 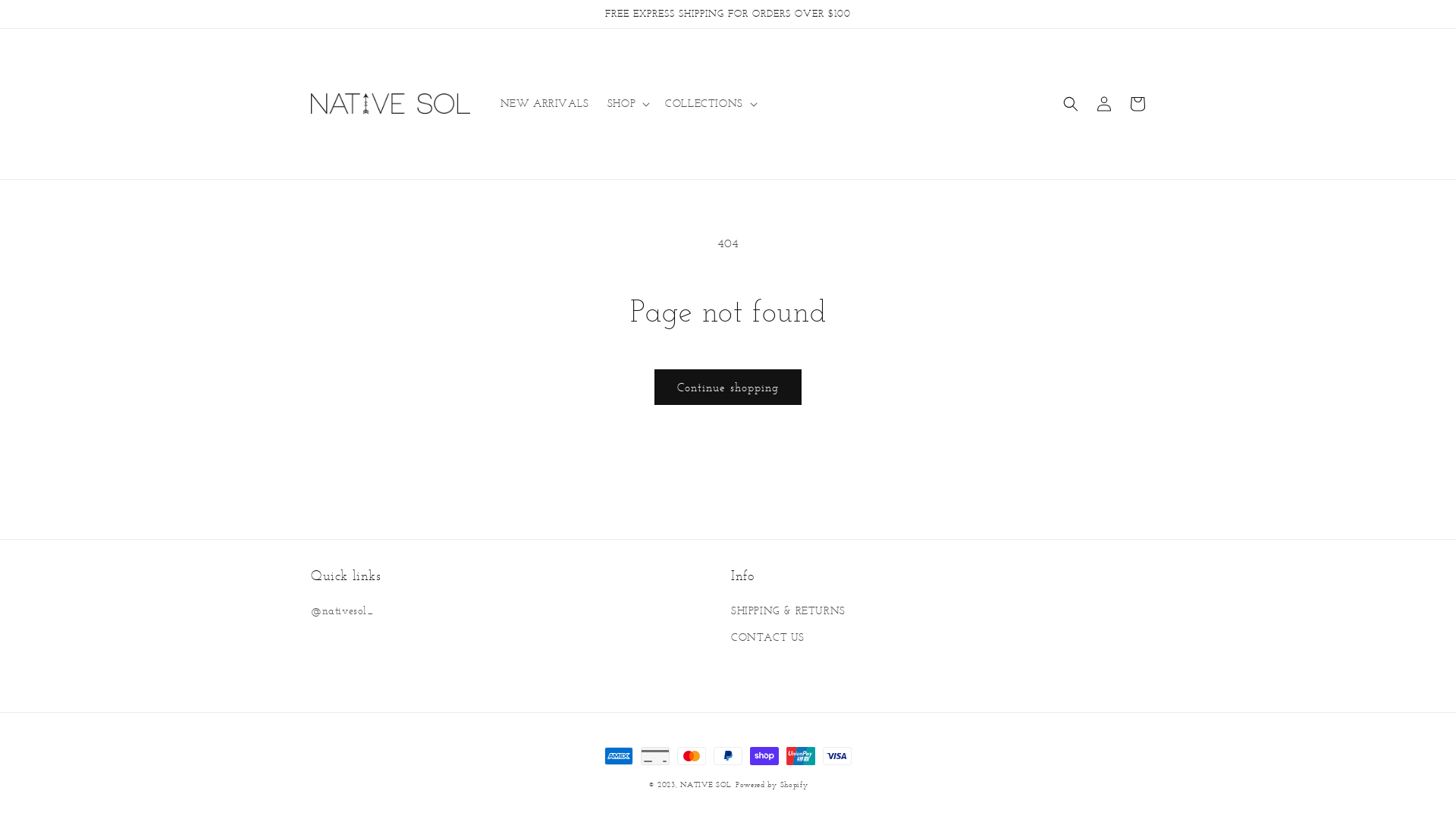 I want to click on 'Log in', so click(x=1087, y=103).